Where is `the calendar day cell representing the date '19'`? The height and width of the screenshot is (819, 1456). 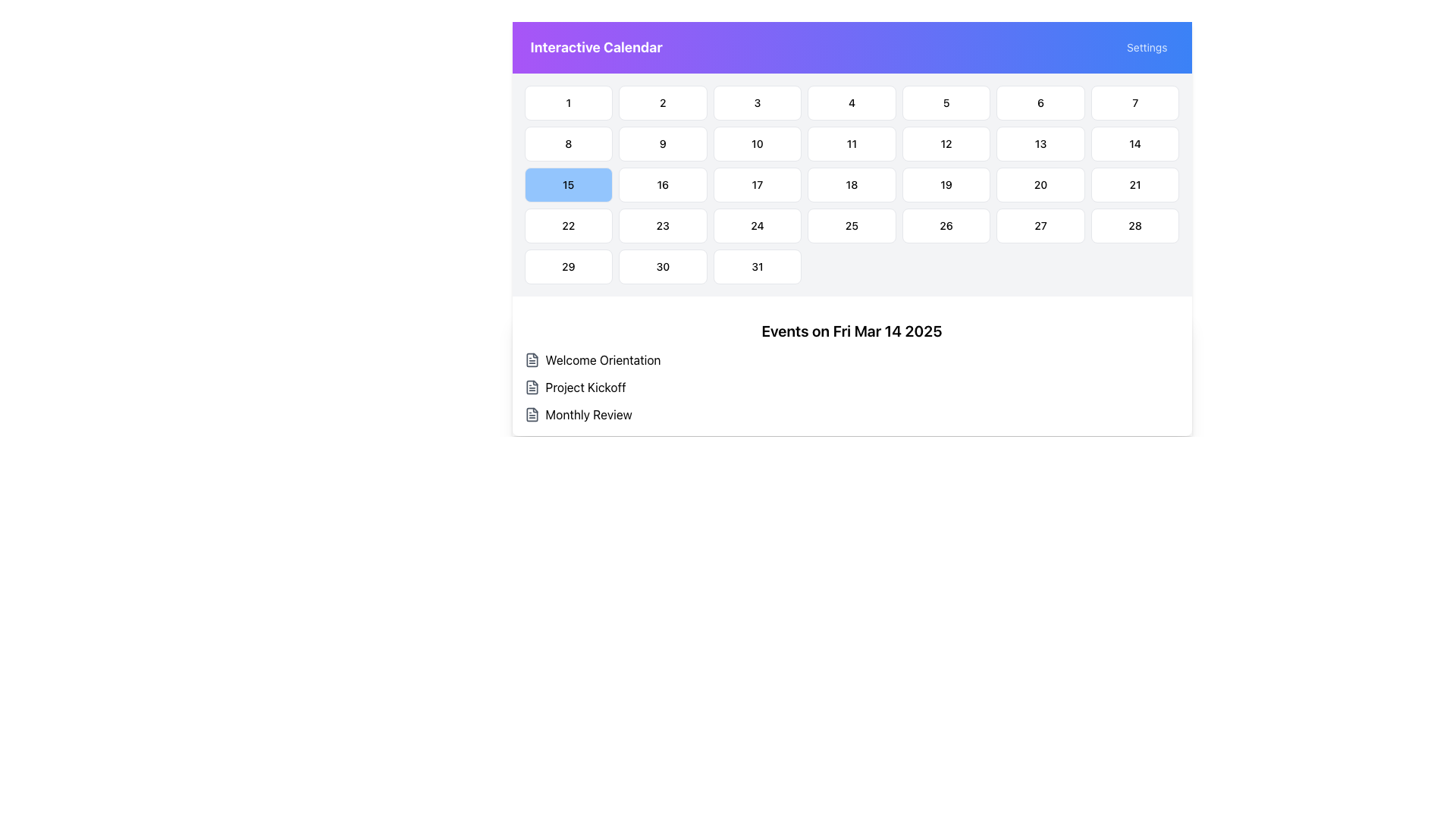
the calendar day cell representing the date '19' is located at coordinates (946, 184).